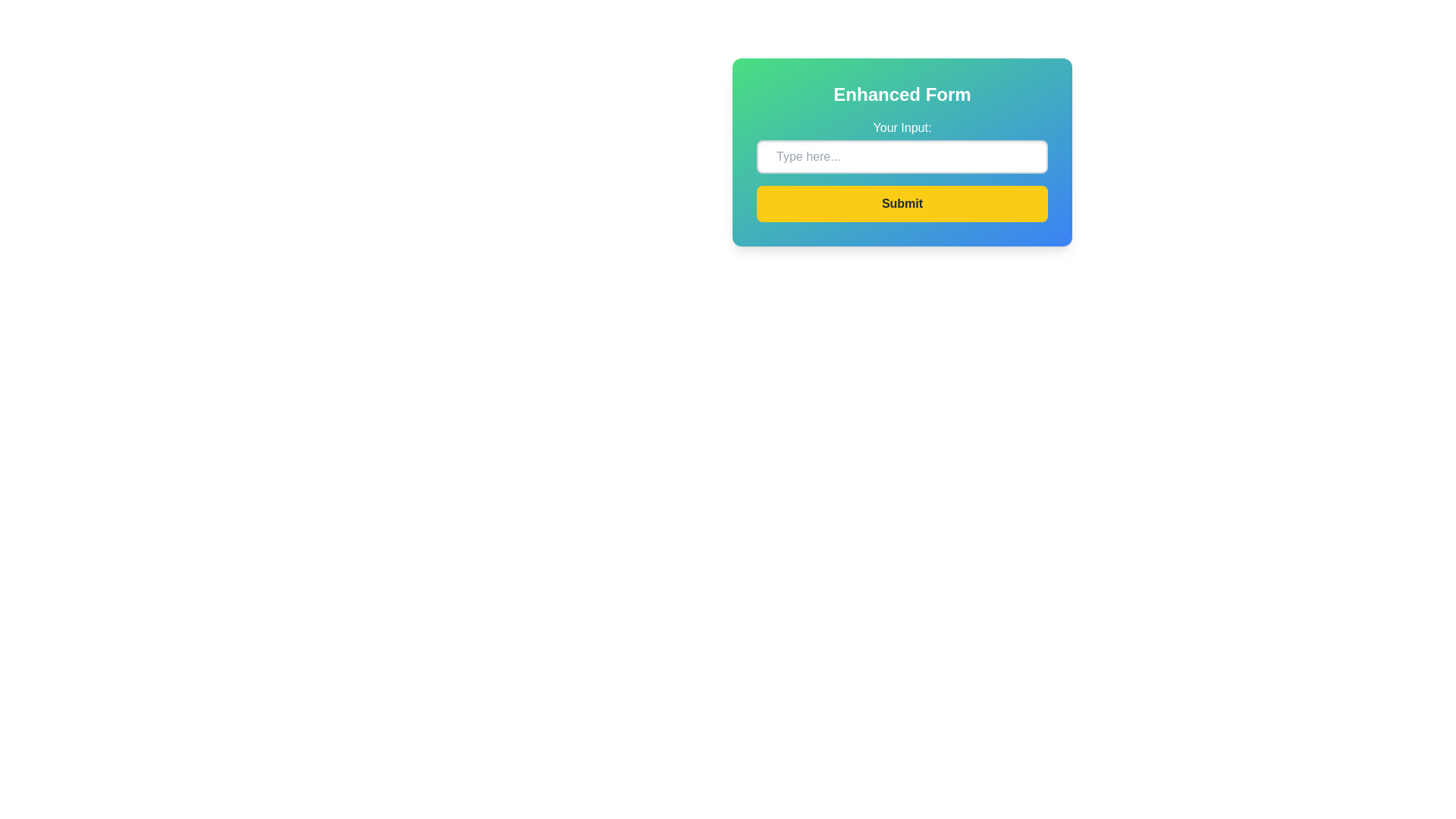 This screenshot has height=819, width=1456. I want to click on the 'Submit' button with a bright yellow background and bold dark gray text, so click(902, 203).